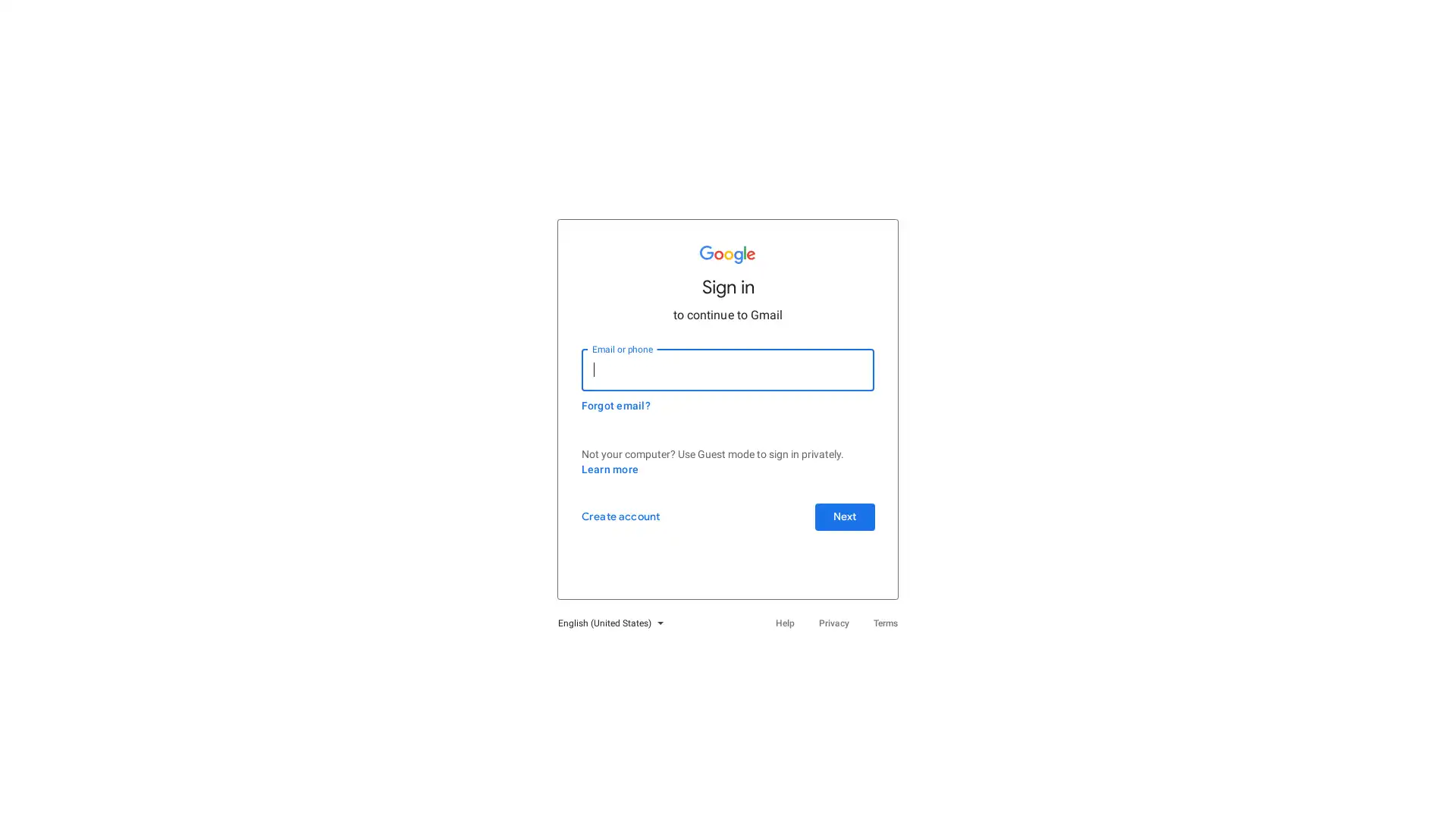 Image resolution: width=1456 pixels, height=819 pixels. What do you see at coordinates (623, 415) in the screenshot?
I see `Forgot email?` at bounding box center [623, 415].